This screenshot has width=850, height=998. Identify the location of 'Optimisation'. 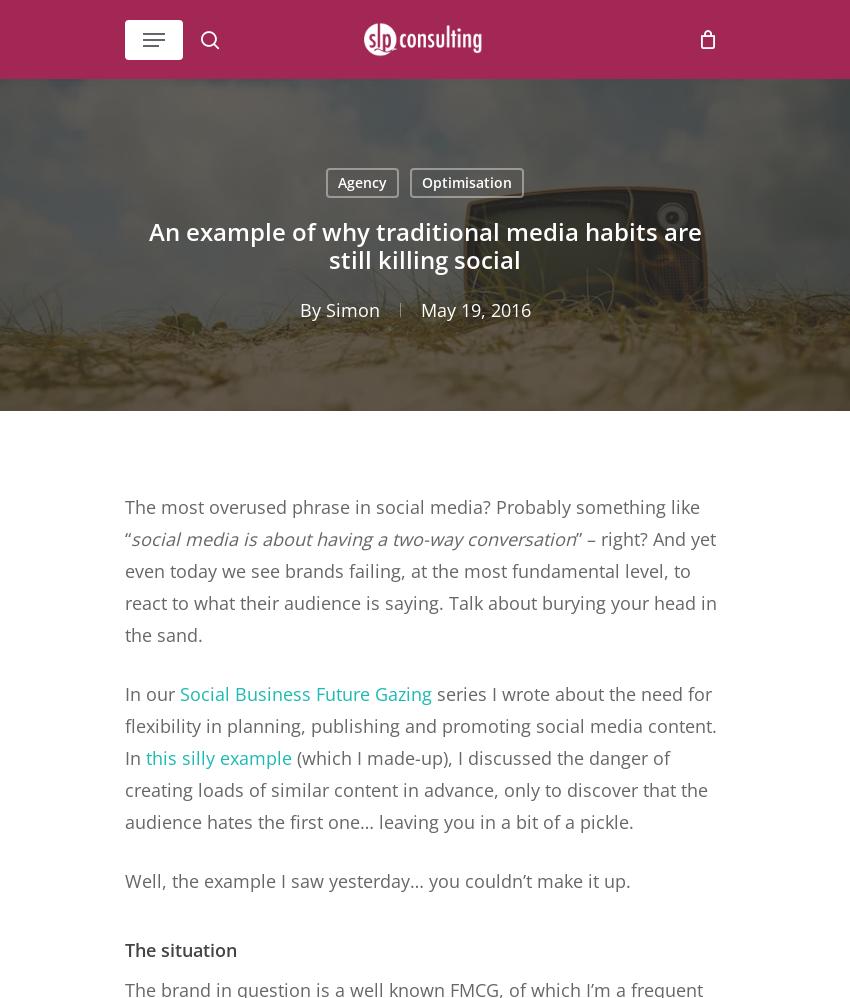
(464, 181).